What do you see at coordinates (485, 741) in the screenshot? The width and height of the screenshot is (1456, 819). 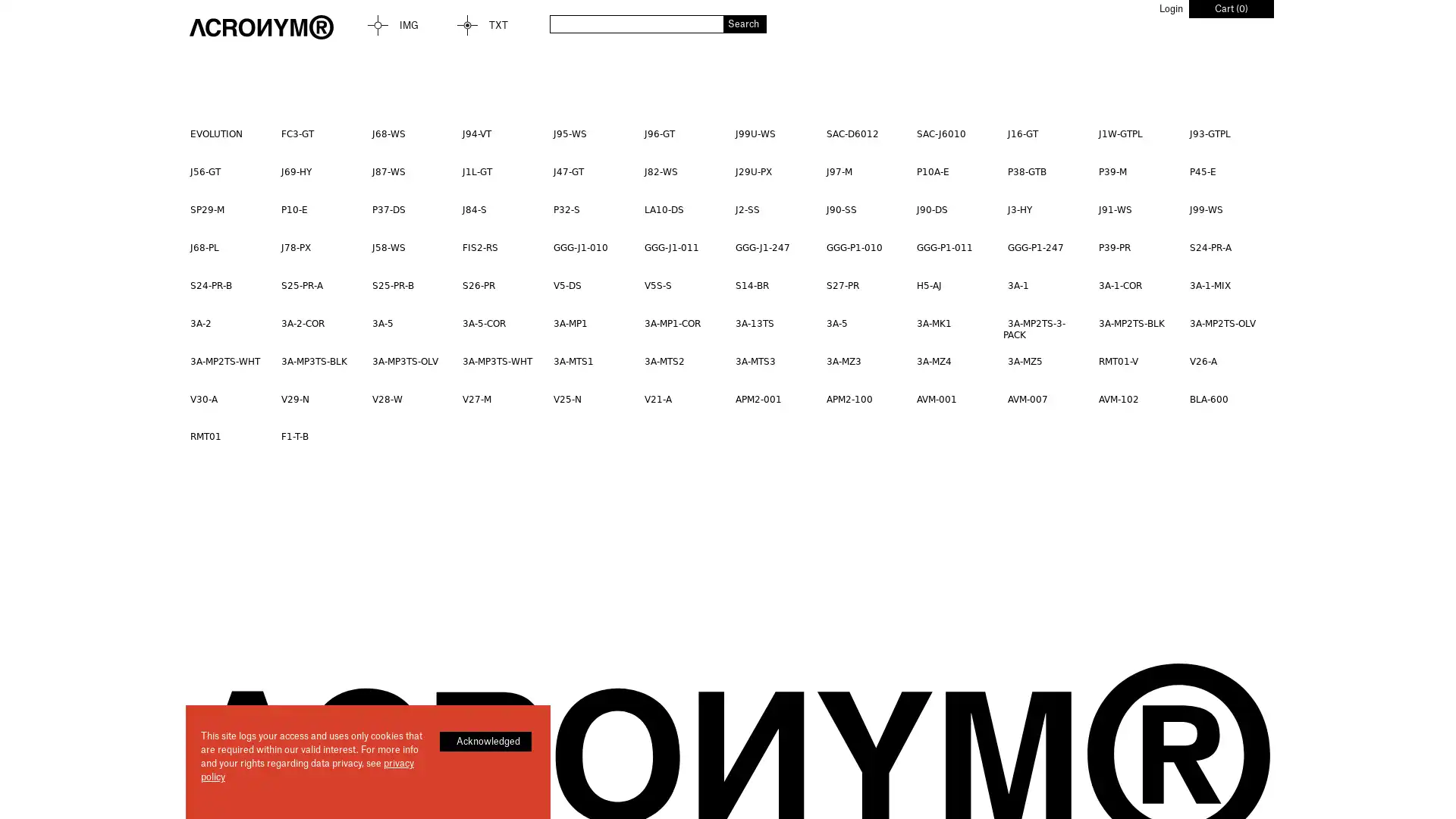 I see `Acknowledged` at bounding box center [485, 741].